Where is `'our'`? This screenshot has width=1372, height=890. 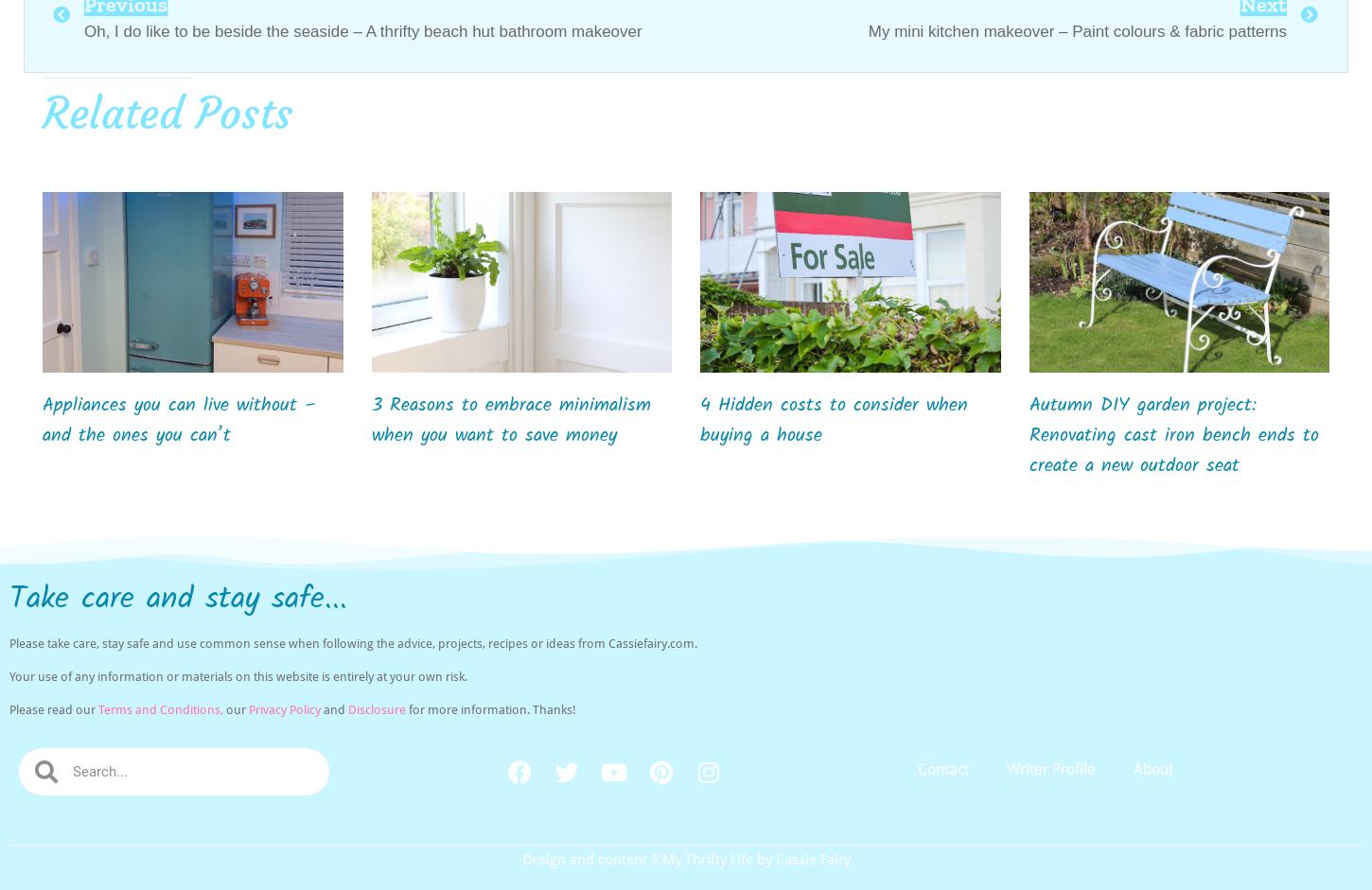
'our' is located at coordinates (236, 708).